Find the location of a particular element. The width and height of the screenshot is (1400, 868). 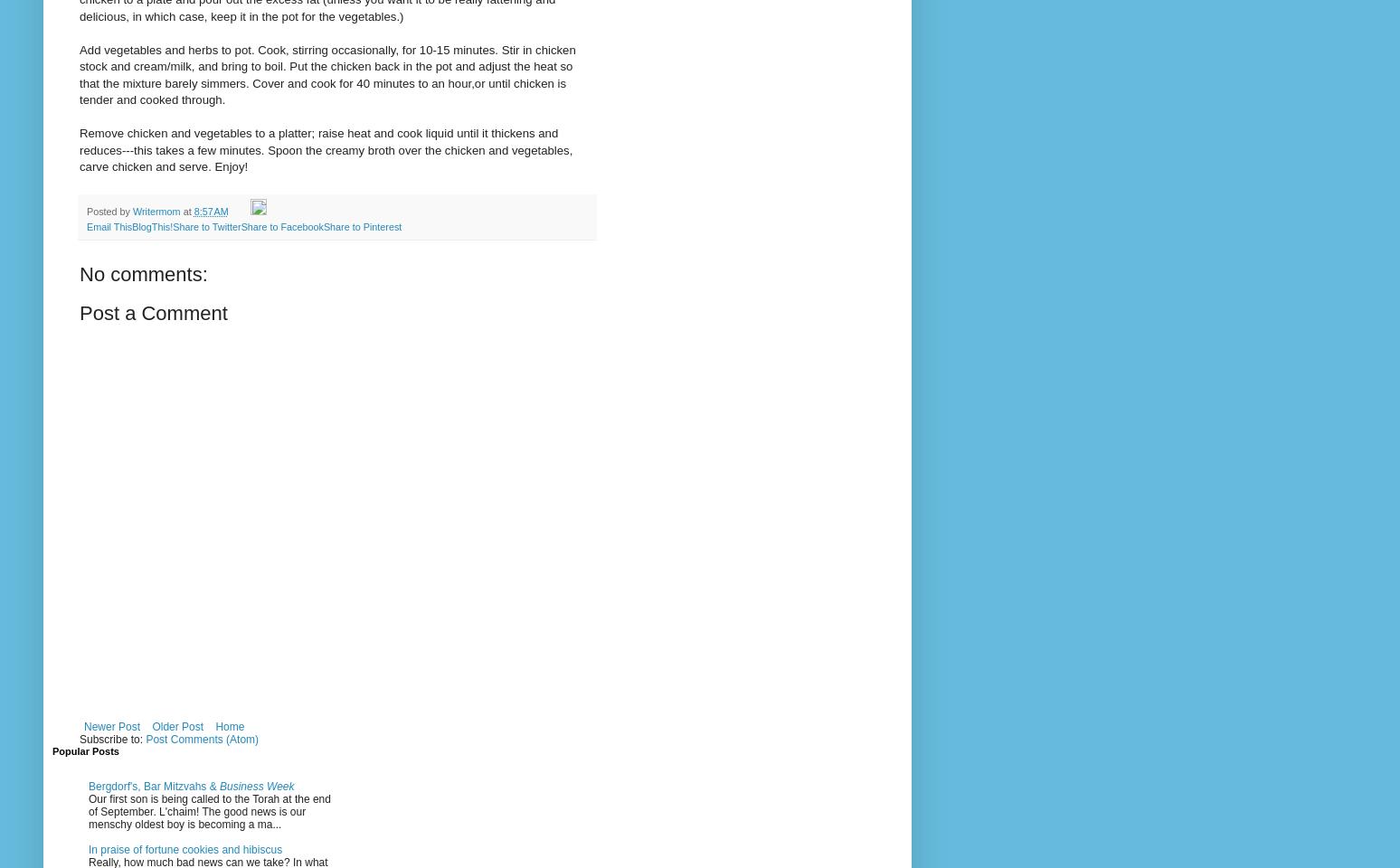

'Share to Facebook' is located at coordinates (239, 224).